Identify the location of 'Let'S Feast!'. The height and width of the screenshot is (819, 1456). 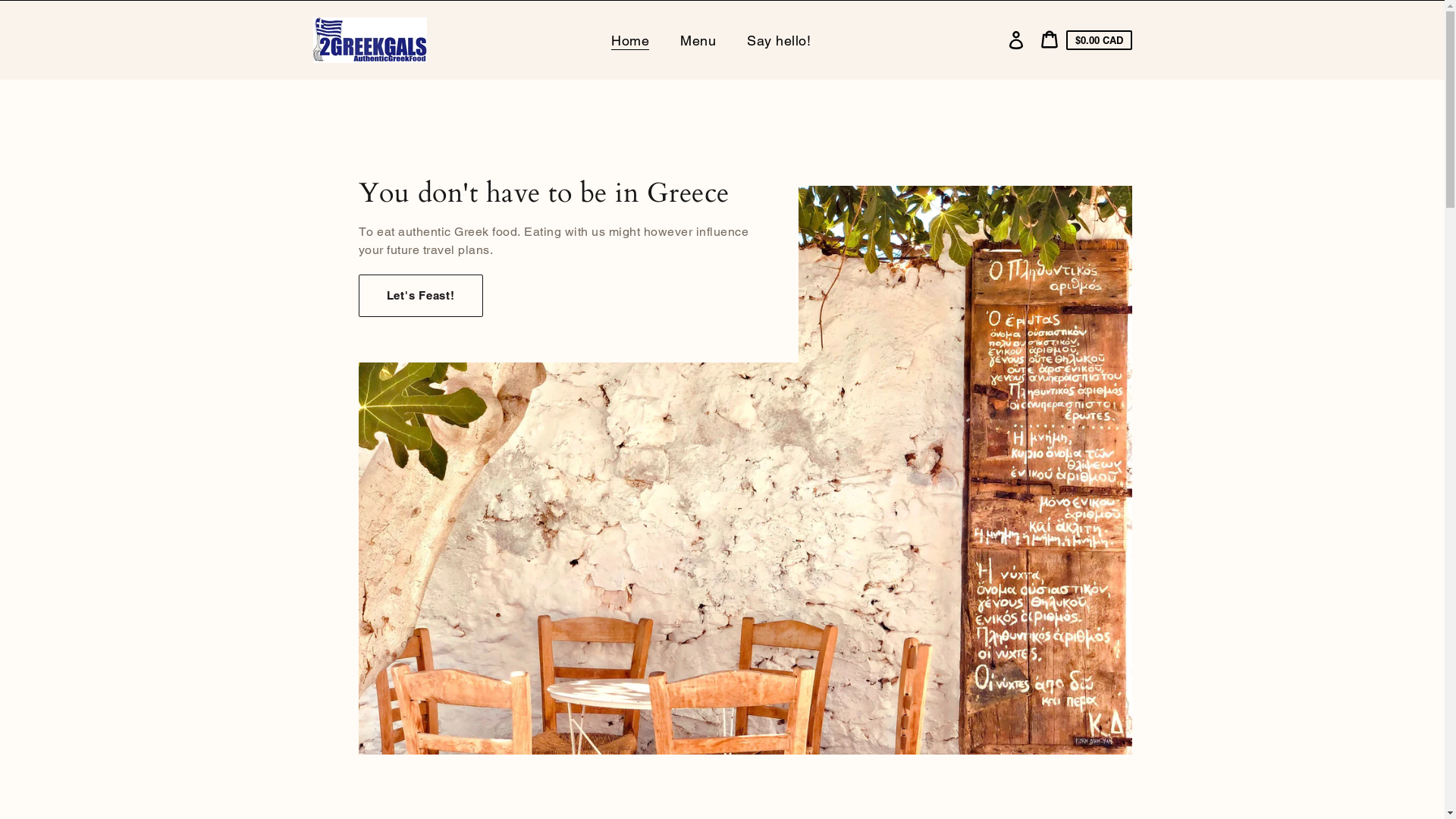
(419, 295).